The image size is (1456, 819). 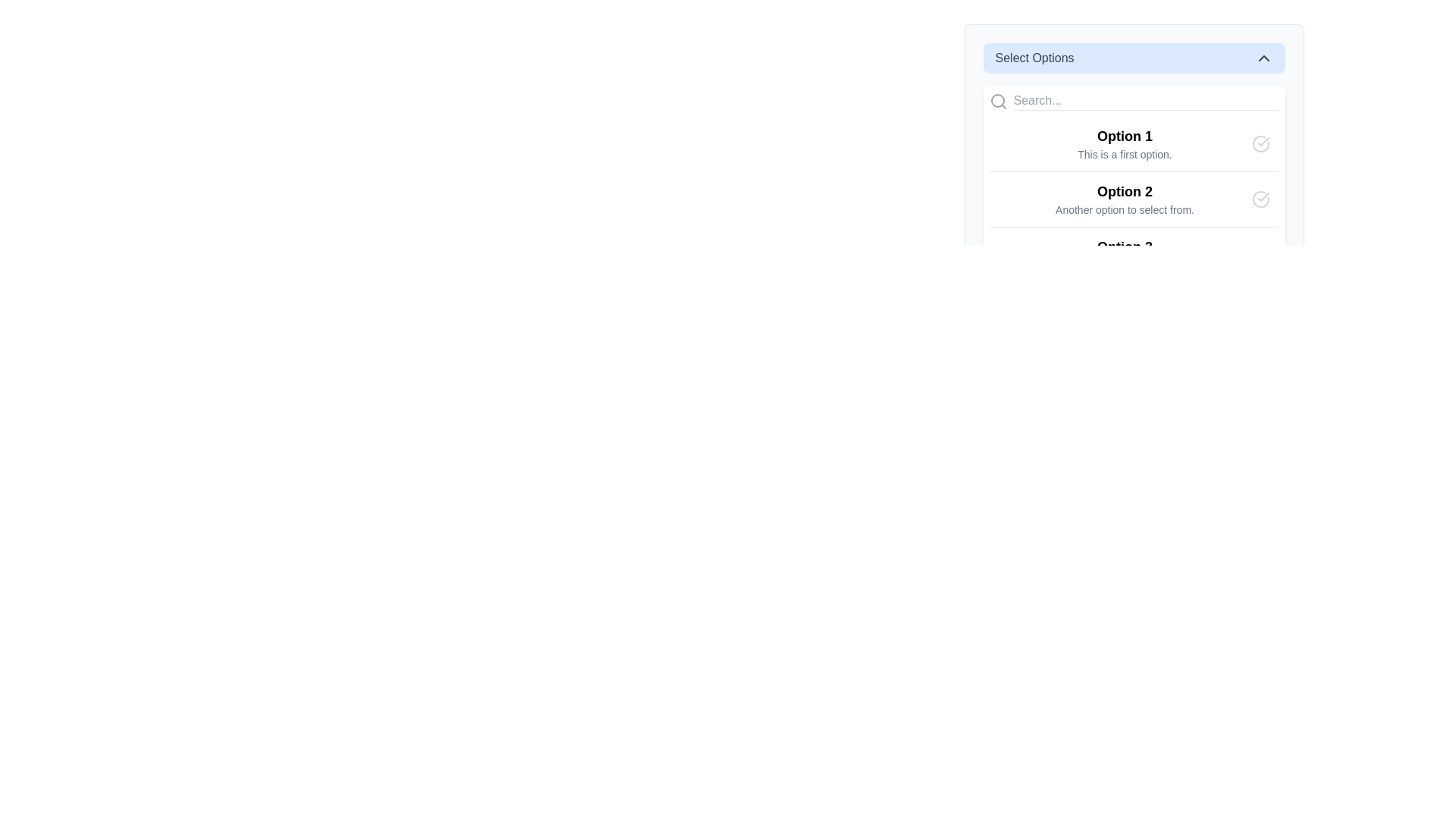 I want to click on the first selectable list item in the vertical list, so click(x=1134, y=143).